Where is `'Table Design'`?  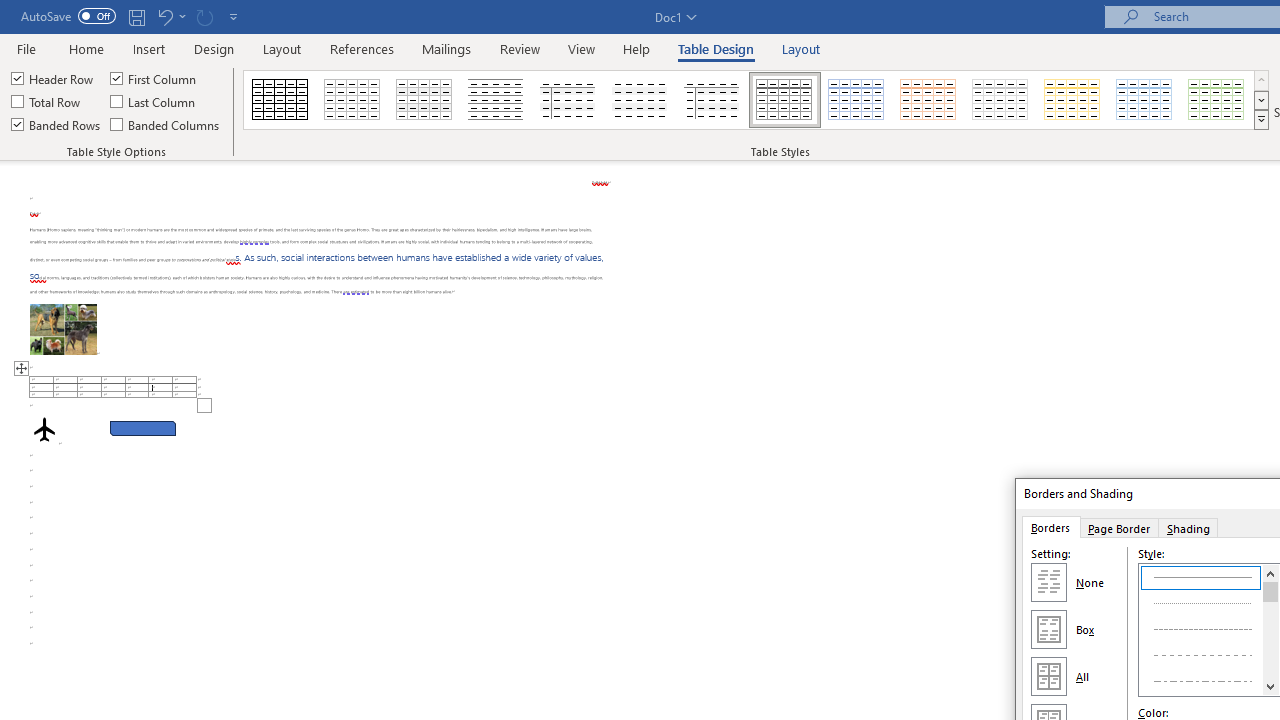
'Table Design' is located at coordinates (716, 48).